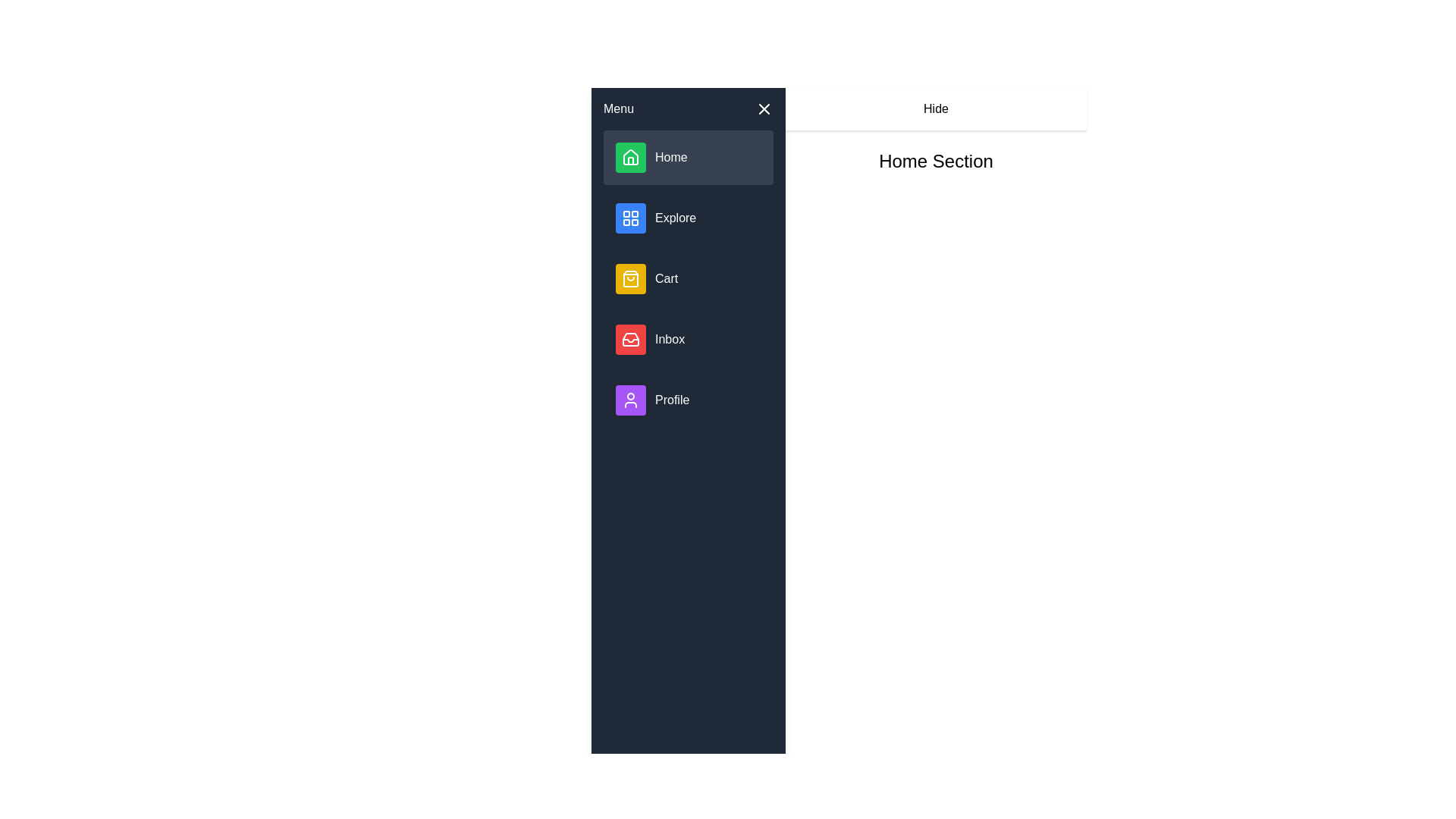 This screenshot has height=819, width=1456. What do you see at coordinates (669, 338) in the screenshot?
I see `text label indicating the 'Inbox' section, which is located to the right of the red inbox icon in the vertical menu panel` at bounding box center [669, 338].